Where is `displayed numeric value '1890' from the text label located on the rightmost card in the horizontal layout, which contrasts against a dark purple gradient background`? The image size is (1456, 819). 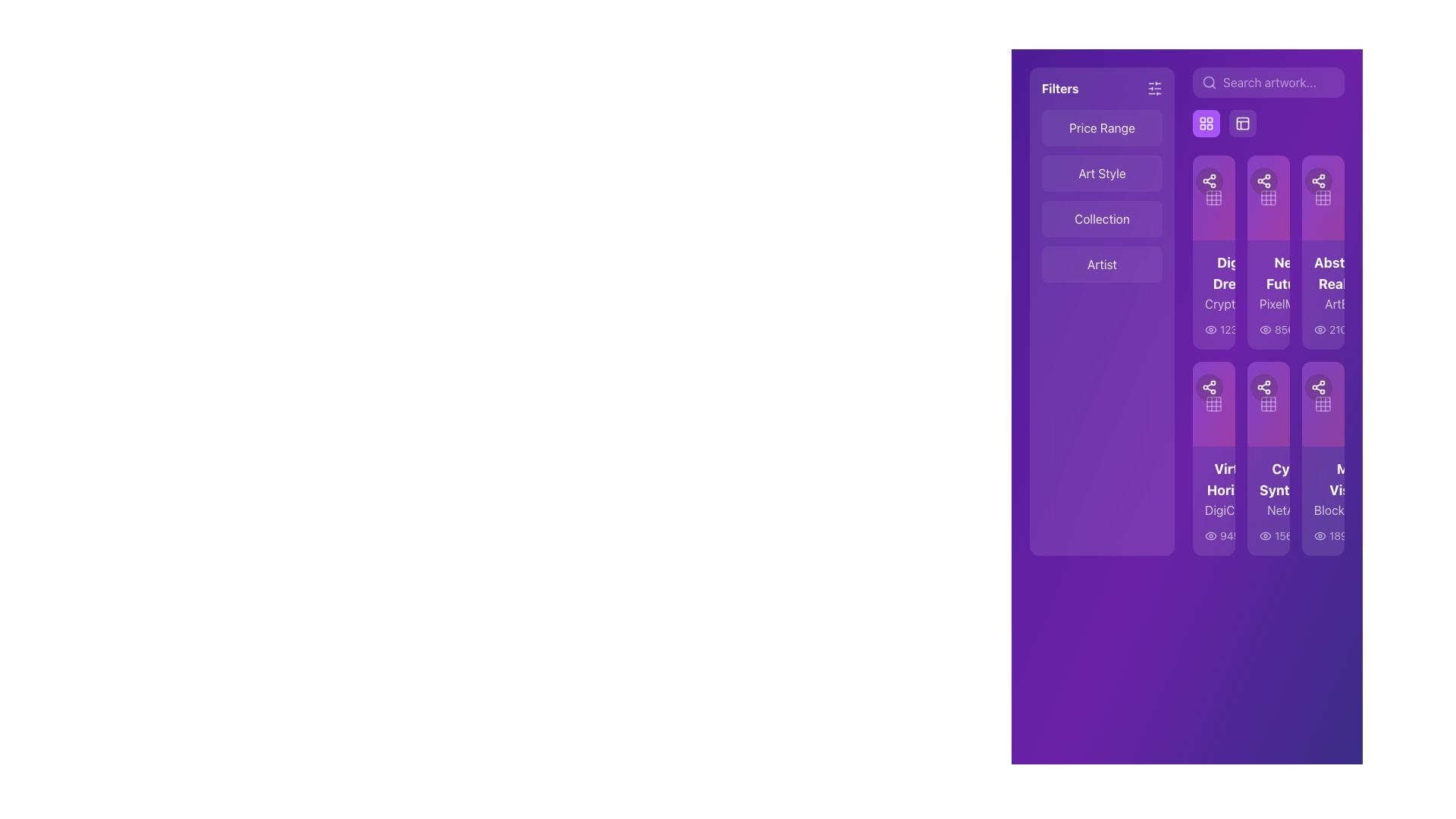
displayed numeric value '1890' from the text label located on the rightmost card in the horizontal layout, which contrasts against a dark purple gradient background is located at coordinates (1341, 535).